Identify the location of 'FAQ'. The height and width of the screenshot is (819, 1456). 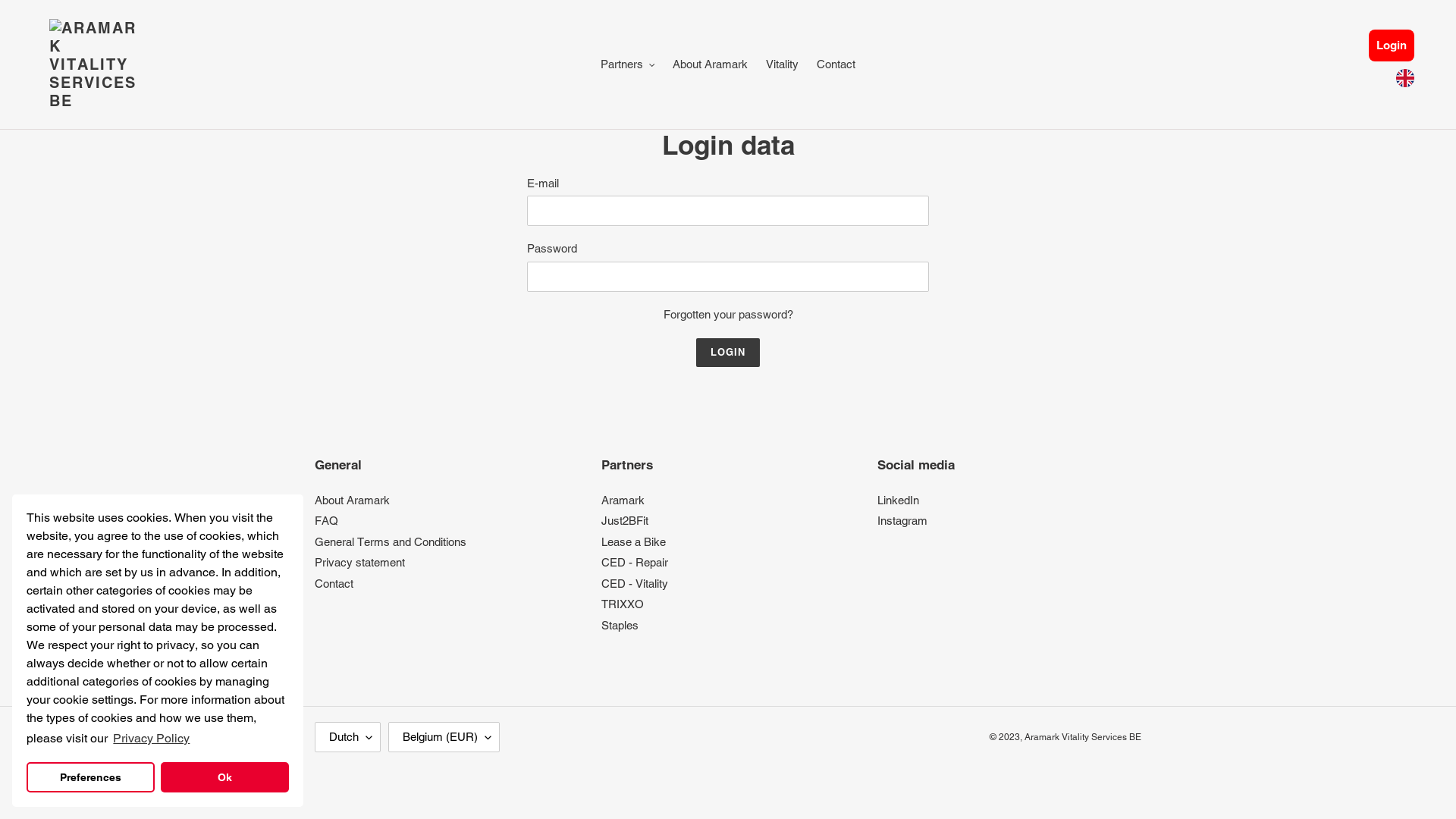
(325, 519).